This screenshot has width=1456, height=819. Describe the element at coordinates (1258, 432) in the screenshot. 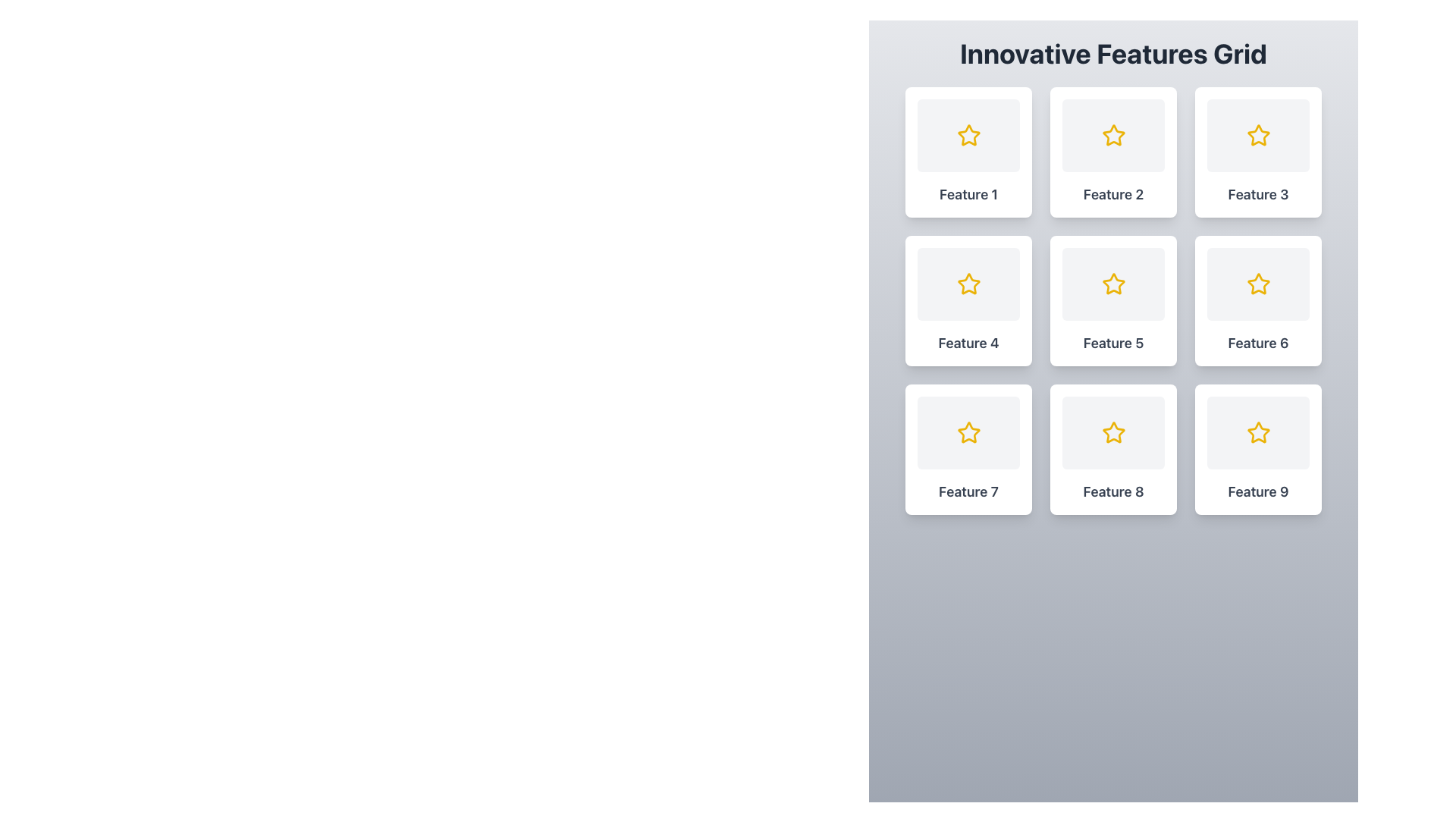

I see `the star icon with a hollow center and yellow outline located at the bottom right corner of the grid to mark it` at that location.